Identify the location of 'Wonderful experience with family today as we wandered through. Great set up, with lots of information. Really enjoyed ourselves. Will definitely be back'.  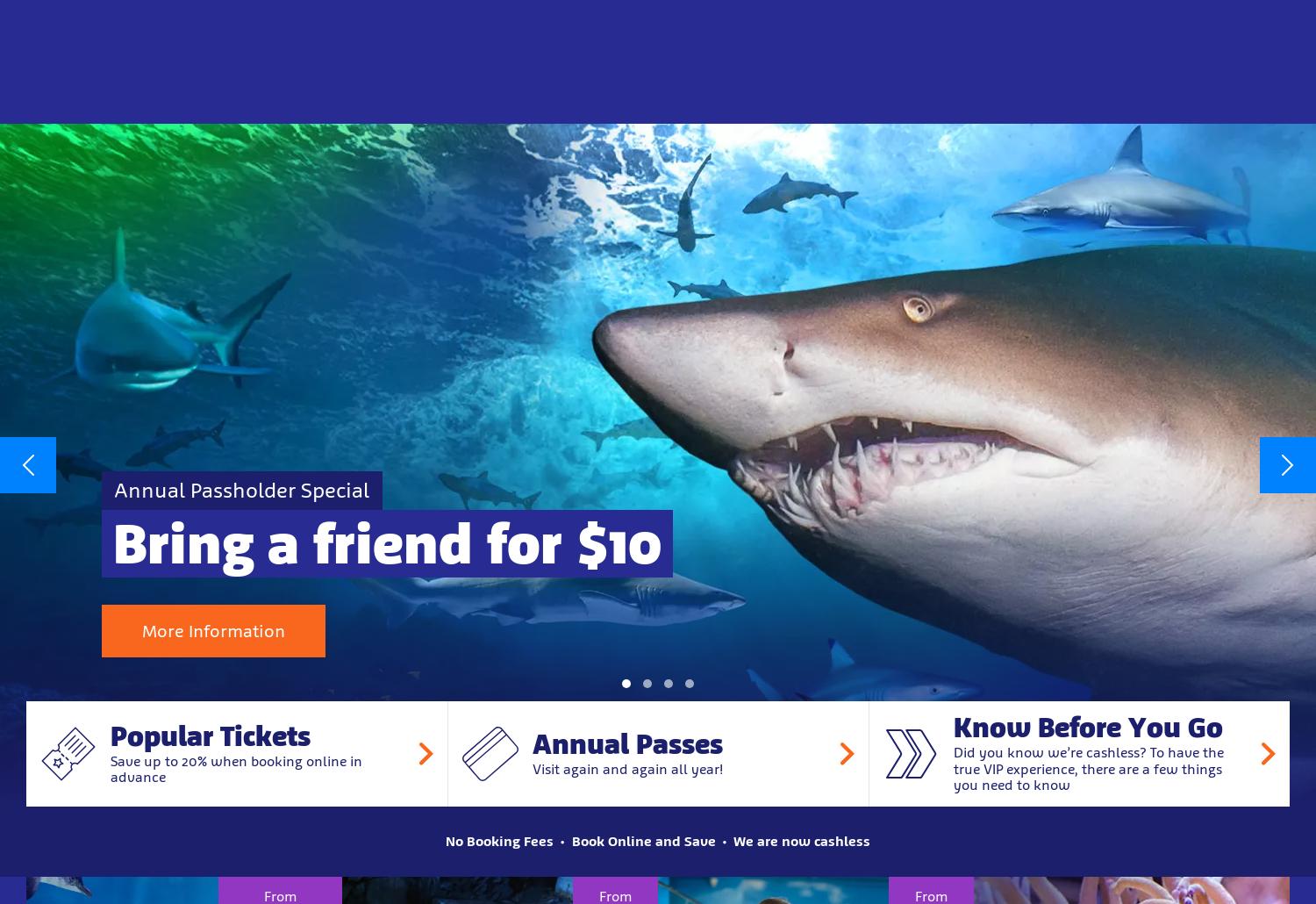
(658, 582).